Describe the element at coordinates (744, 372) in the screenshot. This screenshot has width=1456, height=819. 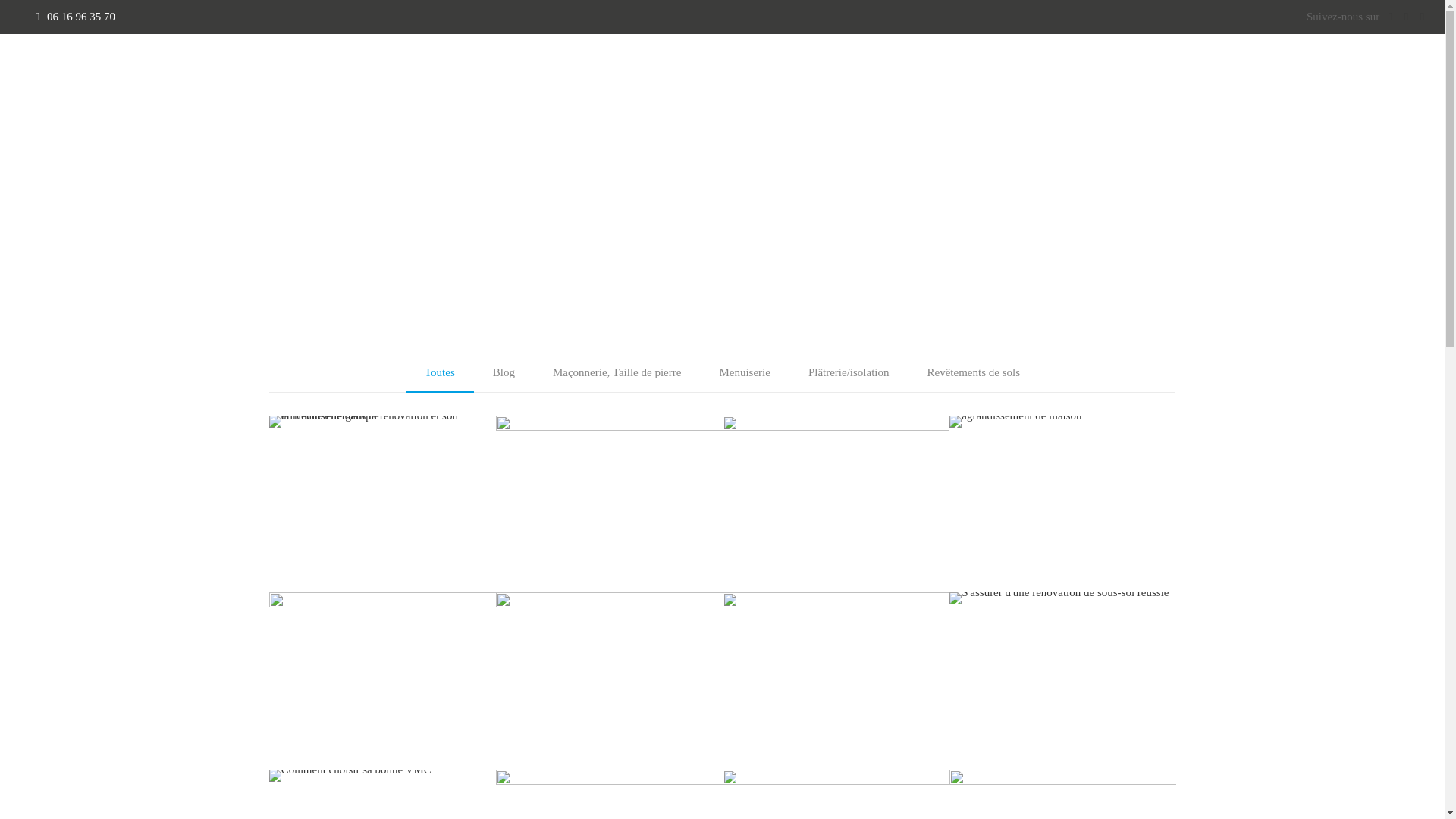
I see `'Menuiserie'` at that location.